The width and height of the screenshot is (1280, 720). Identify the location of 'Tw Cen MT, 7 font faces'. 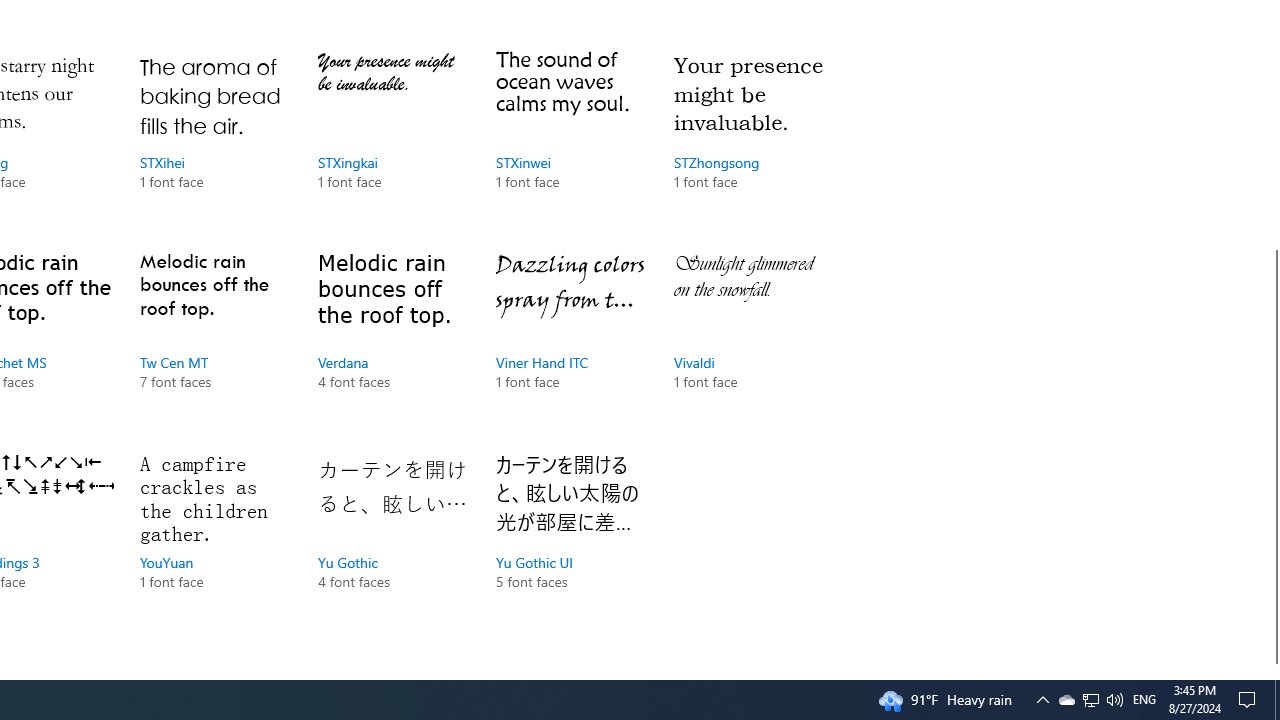
(215, 339).